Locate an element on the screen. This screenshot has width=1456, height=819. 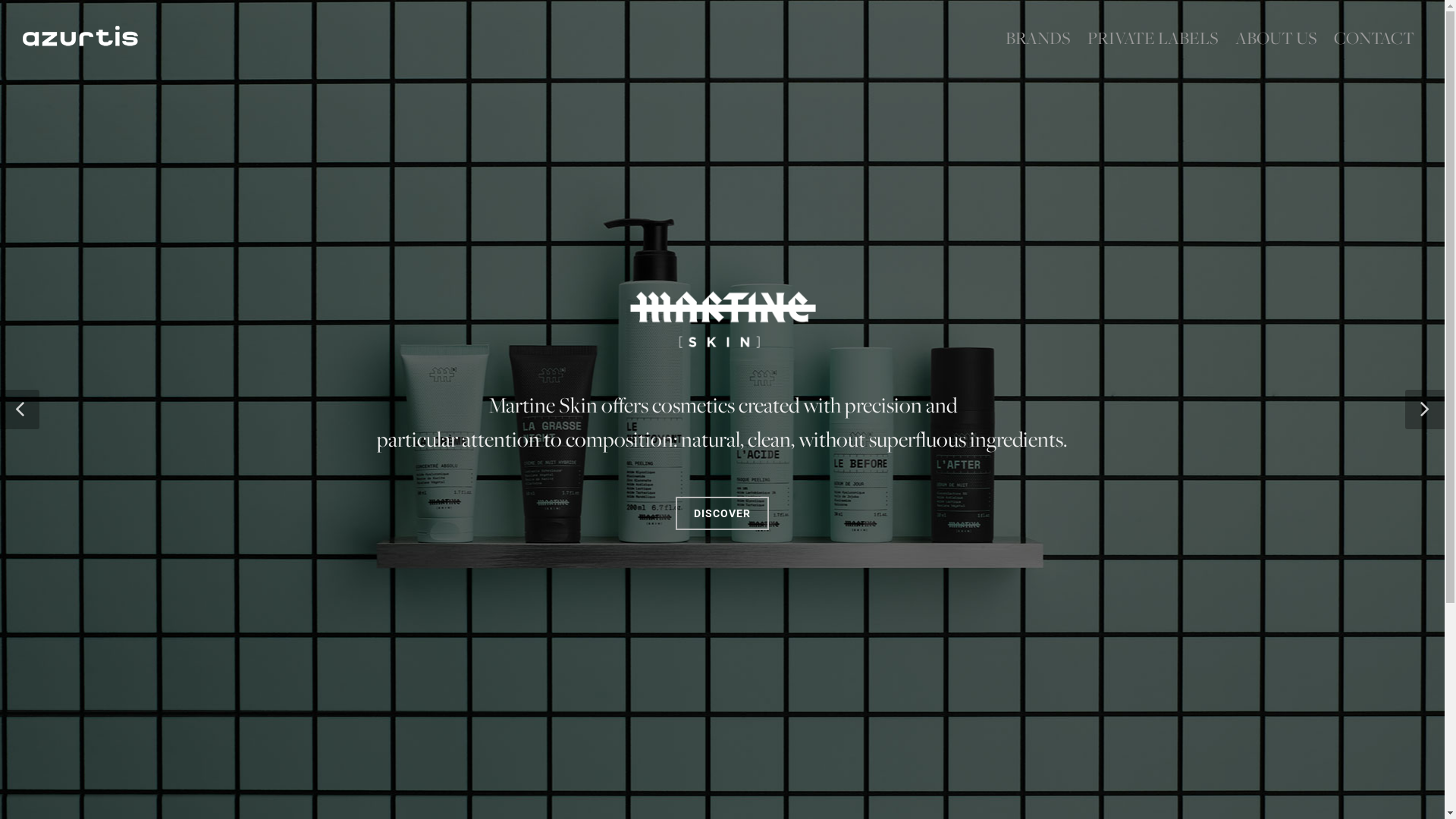
'ABOUT US' is located at coordinates (1276, 37).